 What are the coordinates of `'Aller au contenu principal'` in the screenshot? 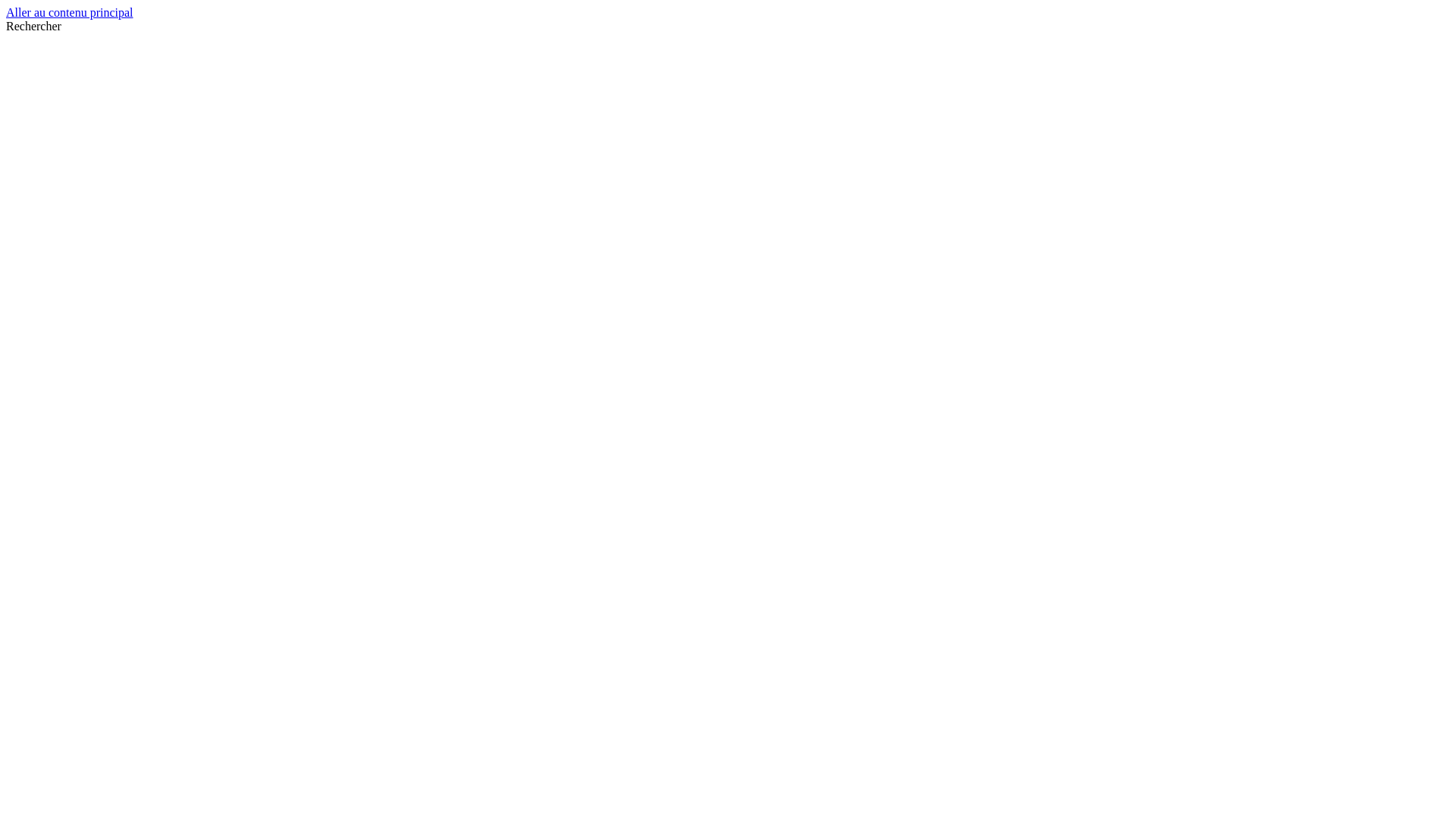 It's located at (68, 12).